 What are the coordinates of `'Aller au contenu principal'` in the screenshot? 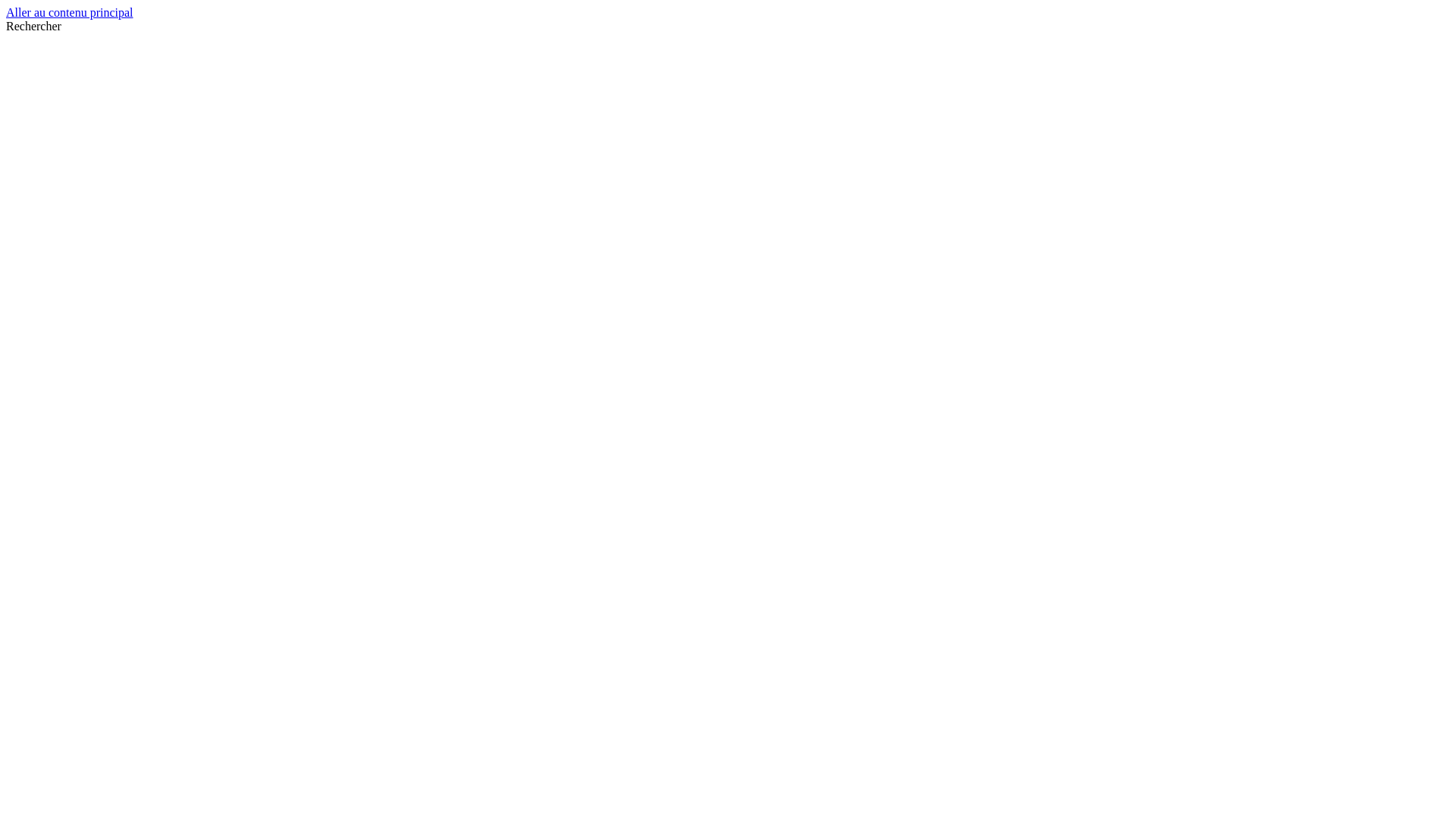 It's located at (68, 12).